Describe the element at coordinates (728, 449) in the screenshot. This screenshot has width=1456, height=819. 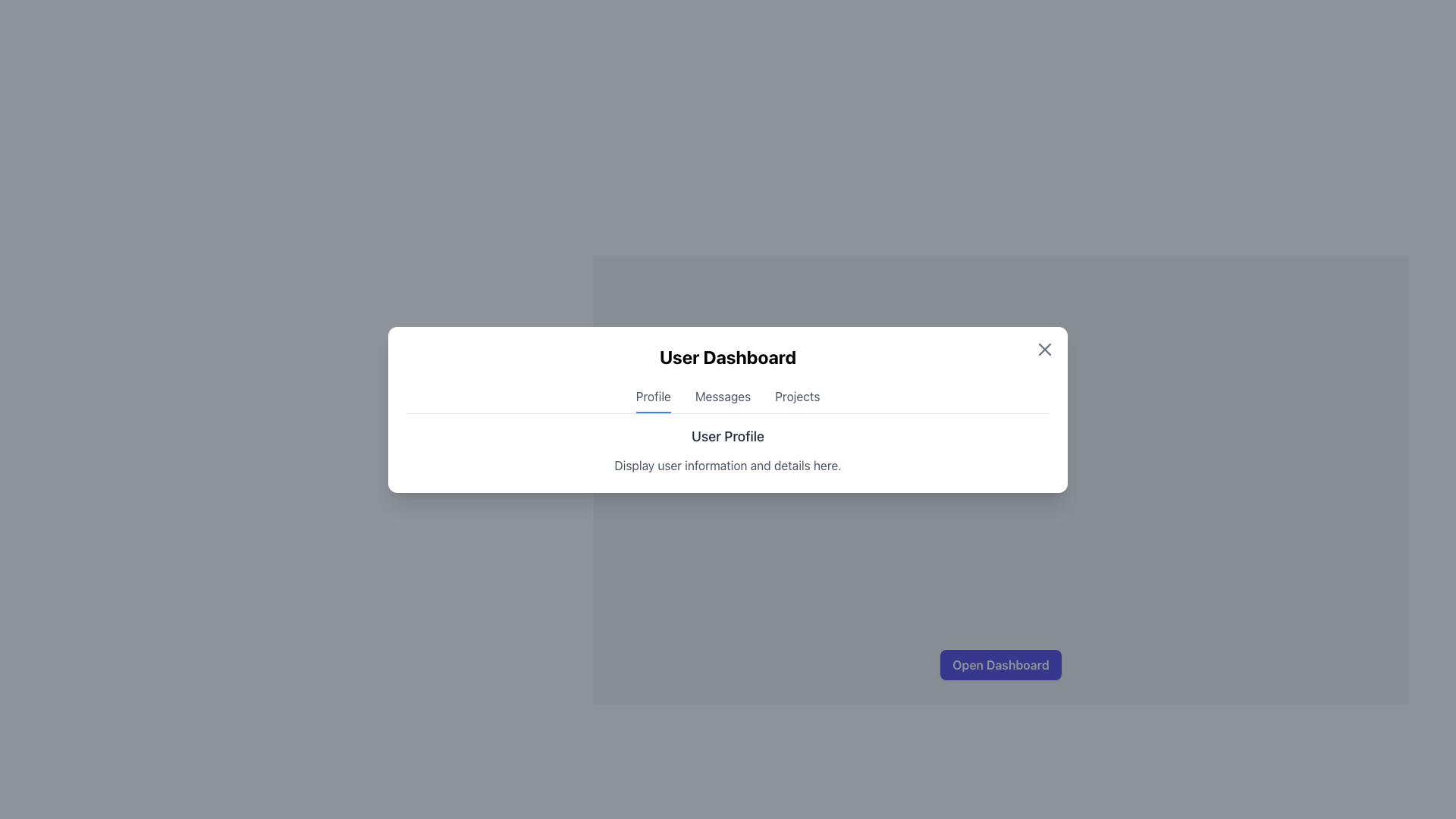
I see `the Informational Section in the User Dashboard modal, which displays user-specific information with a section header and brief description` at that location.